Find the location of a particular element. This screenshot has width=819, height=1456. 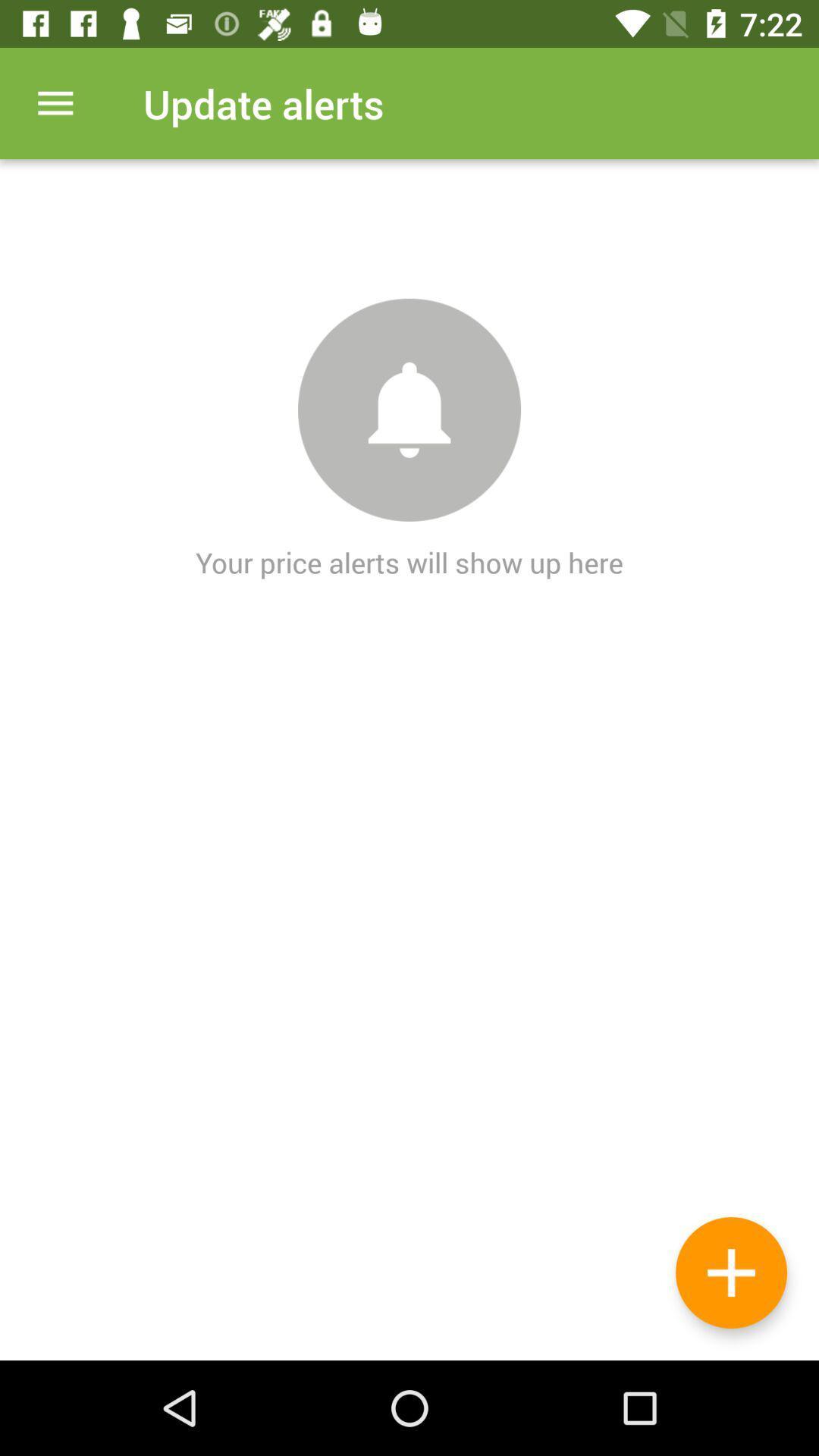

item to the left of update alerts is located at coordinates (55, 102).